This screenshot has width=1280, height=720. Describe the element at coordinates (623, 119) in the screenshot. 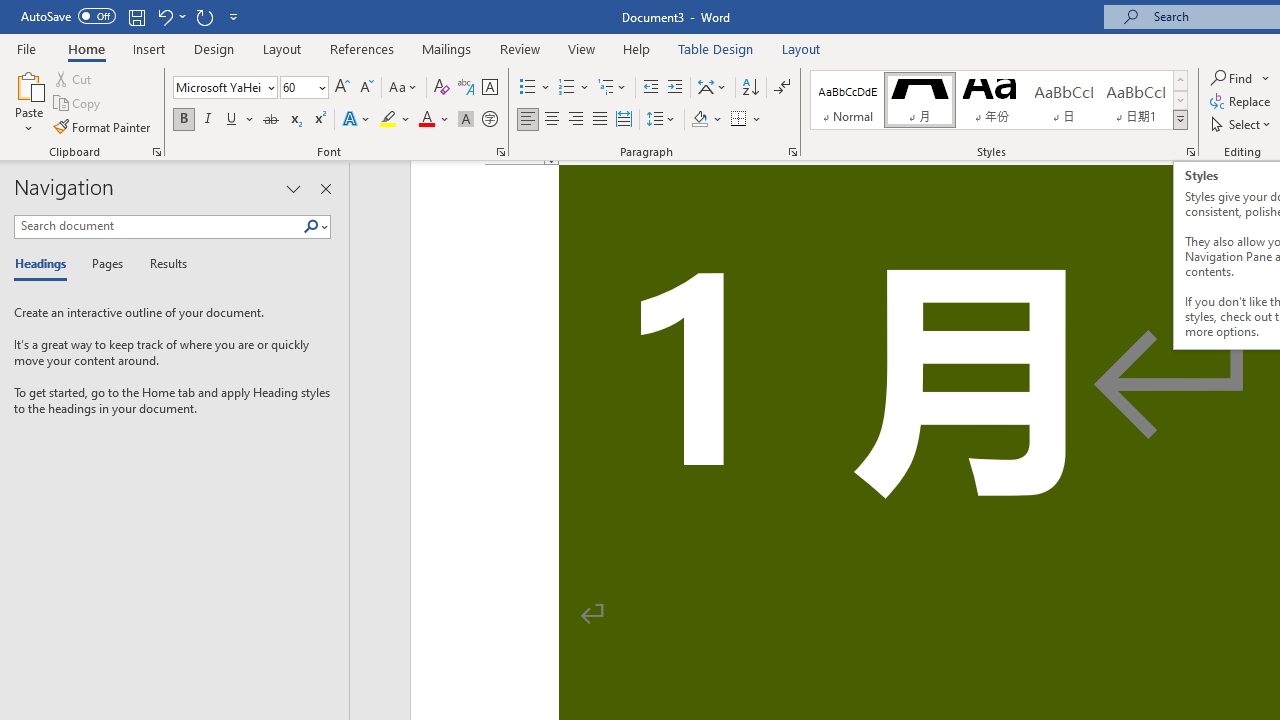

I see `'Distributed'` at that location.